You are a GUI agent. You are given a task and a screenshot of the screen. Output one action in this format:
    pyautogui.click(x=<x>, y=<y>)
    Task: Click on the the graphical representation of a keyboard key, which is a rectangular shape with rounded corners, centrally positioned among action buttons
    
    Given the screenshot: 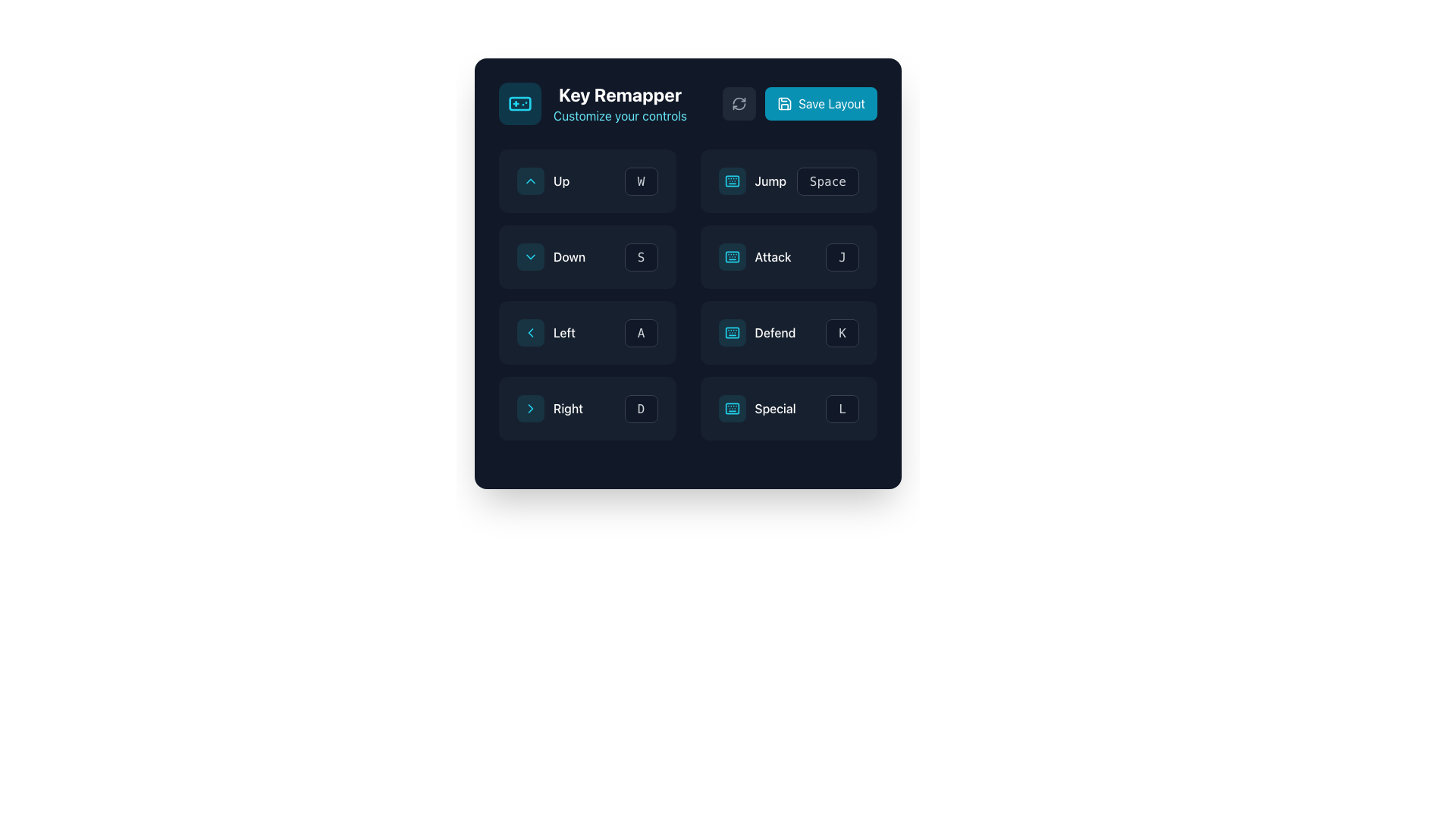 What is the action you would take?
    pyautogui.click(x=732, y=408)
    